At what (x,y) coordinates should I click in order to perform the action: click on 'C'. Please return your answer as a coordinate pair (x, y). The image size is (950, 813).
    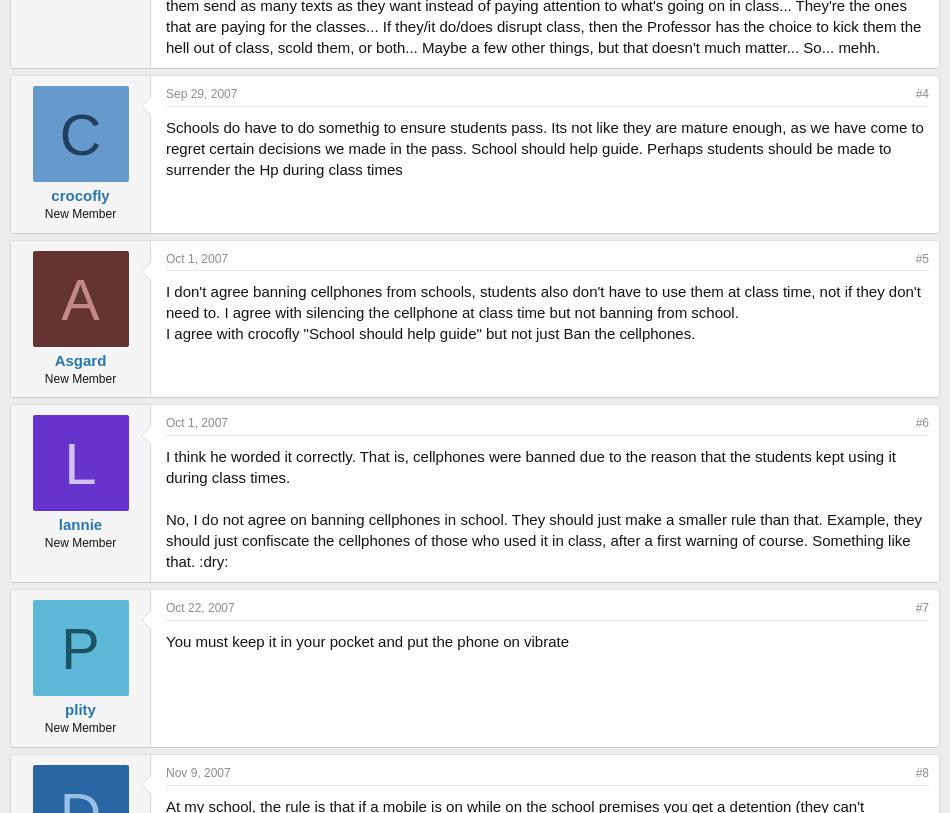
    Looking at the image, I should click on (79, 132).